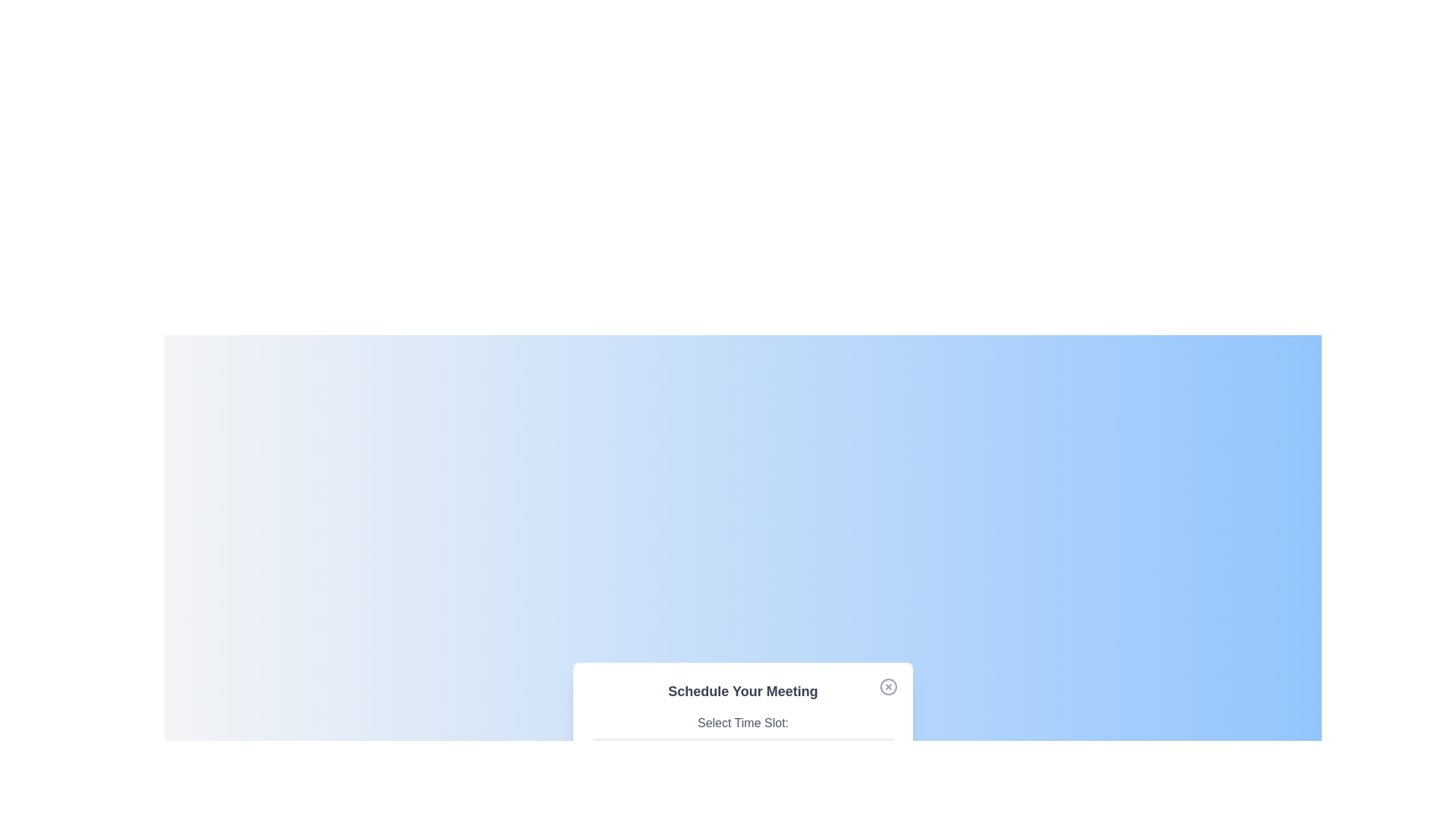 The image size is (1456, 819). I want to click on the time slot 3:00 PM from the dropdown menu, so click(742, 752).